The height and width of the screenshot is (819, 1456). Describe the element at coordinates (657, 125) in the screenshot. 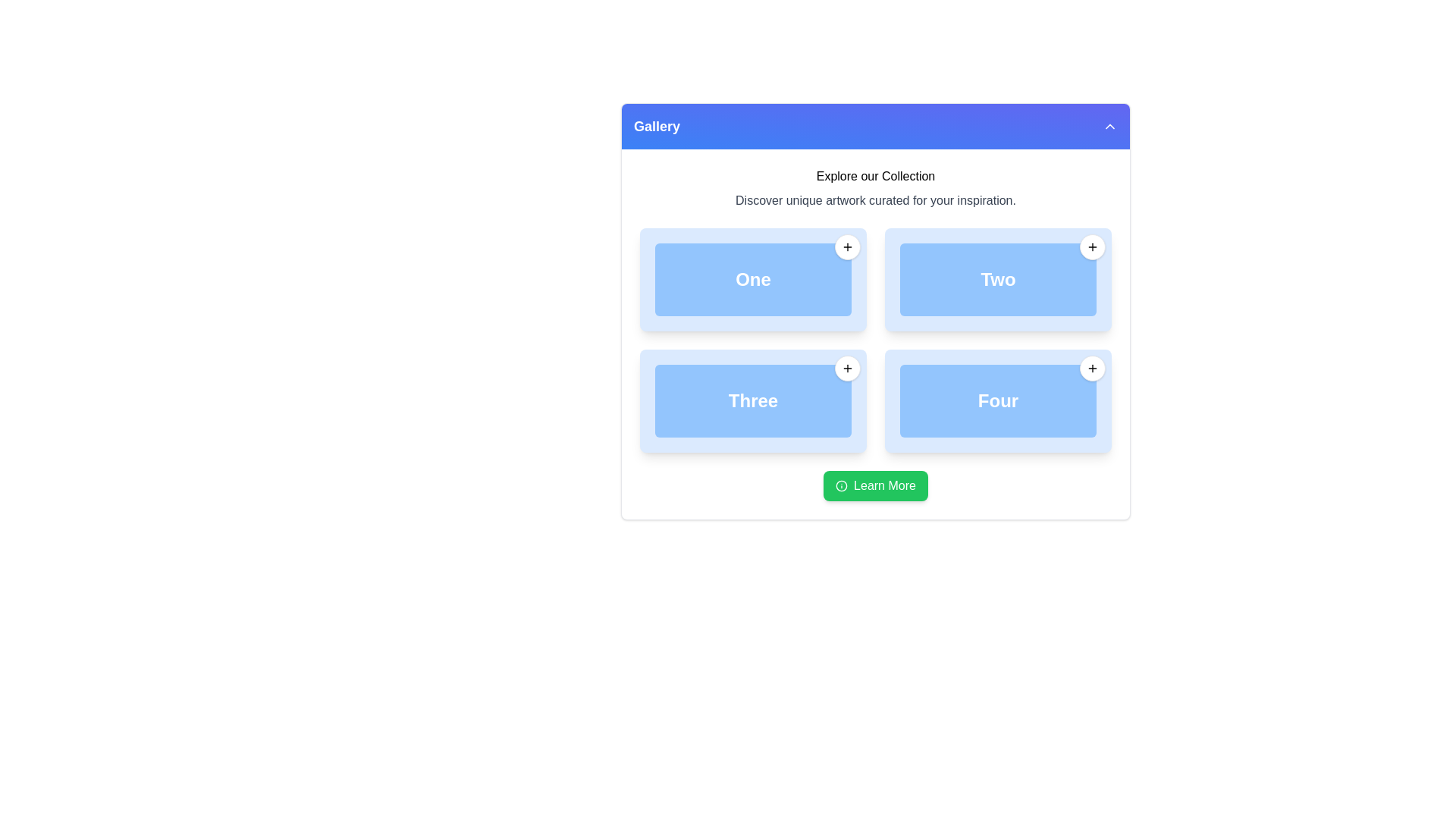

I see `the 'Gallery' text label, which is displayed in a bold, large font on a blue to indigo gradient header bar` at that location.